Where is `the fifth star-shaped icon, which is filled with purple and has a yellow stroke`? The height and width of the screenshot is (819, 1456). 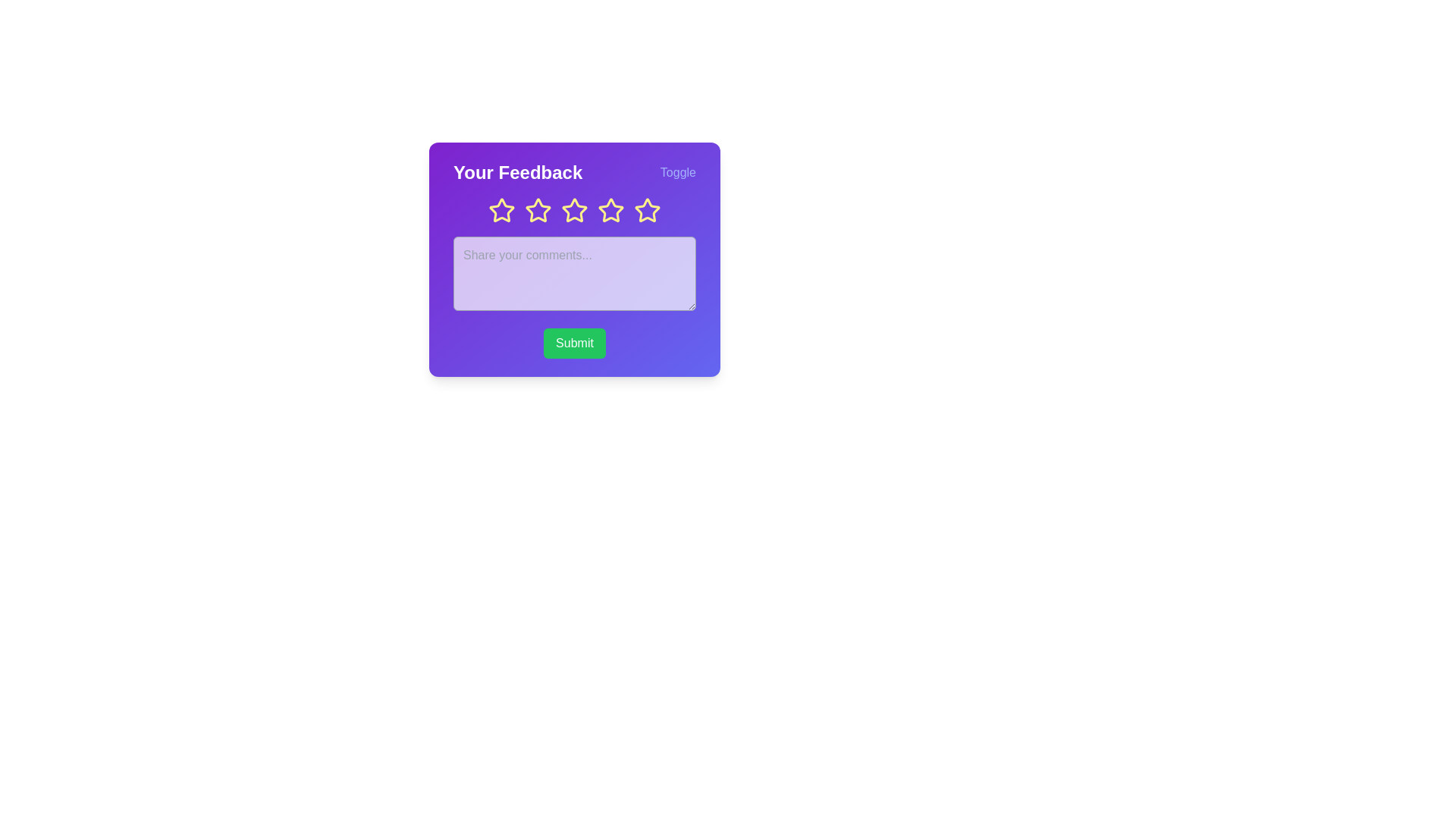
the fifth star-shaped icon, which is filled with purple and has a yellow stroke is located at coordinates (648, 210).